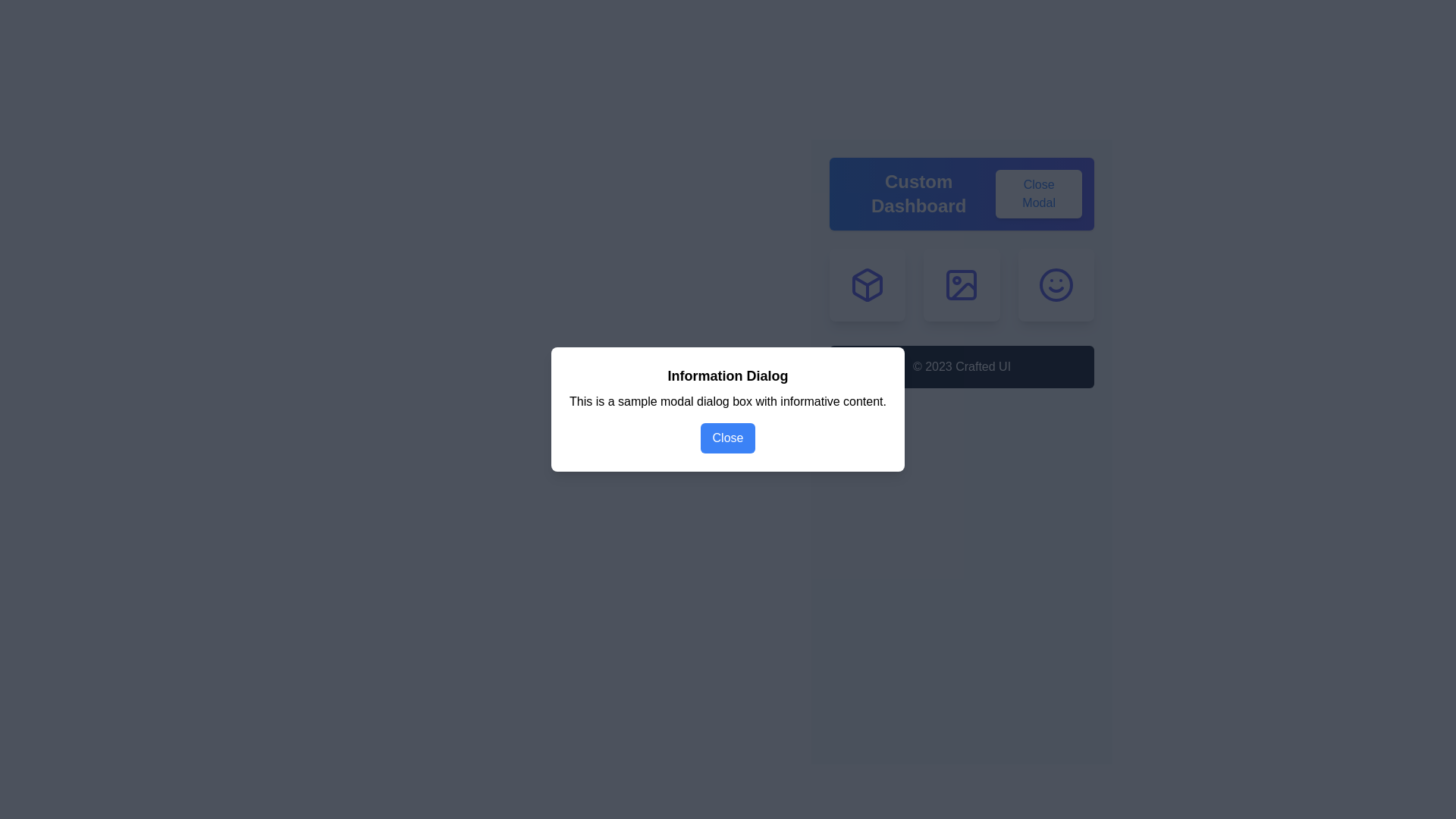 Image resolution: width=1456 pixels, height=819 pixels. Describe the element at coordinates (961, 366) in the screenshot. I see `the footer informational text block displaying copyright information for the Crafted UI application, which is the last visible element in the interface` at that location.